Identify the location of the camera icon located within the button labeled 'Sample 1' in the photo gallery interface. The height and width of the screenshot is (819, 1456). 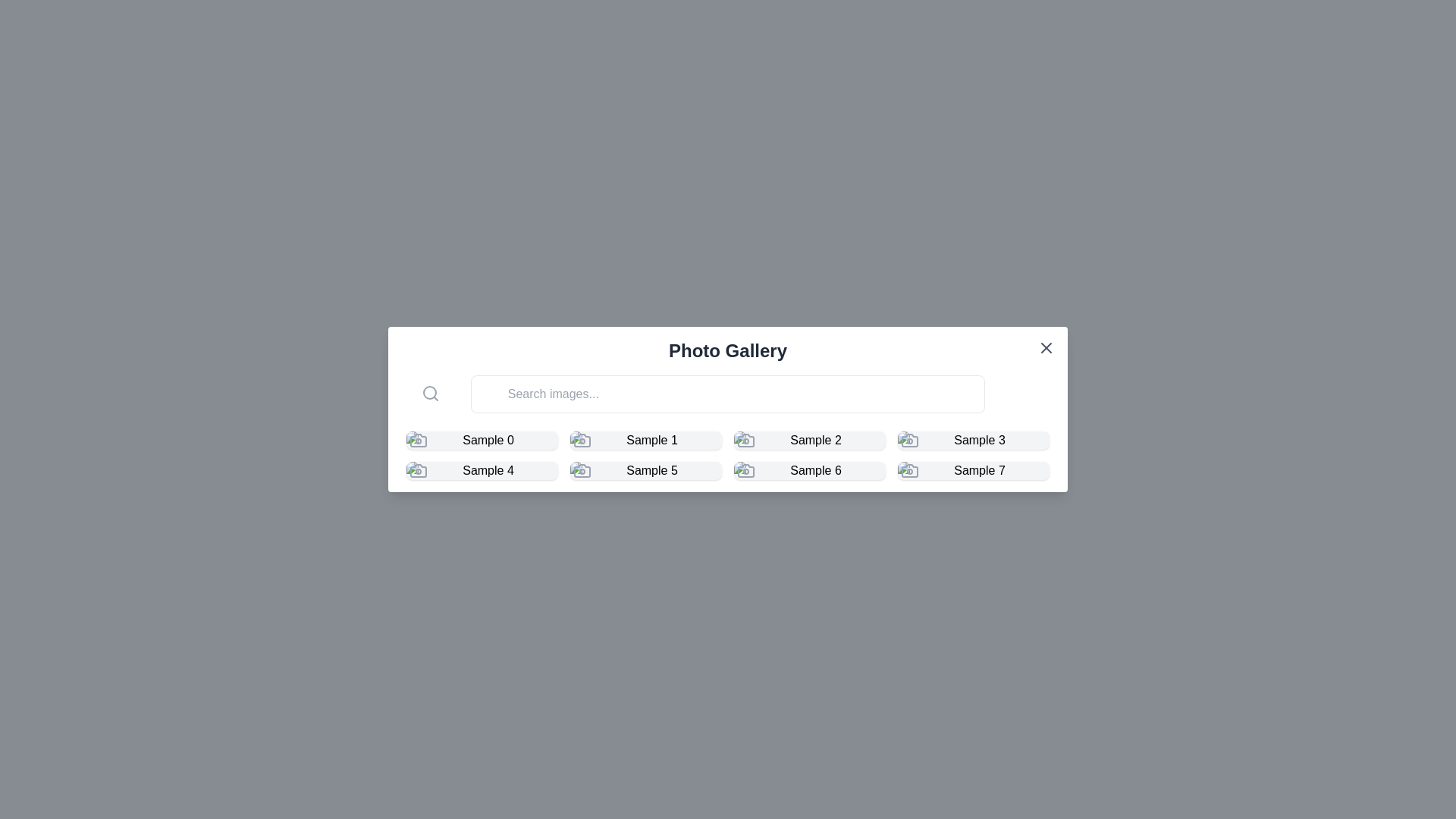
(582, 441).